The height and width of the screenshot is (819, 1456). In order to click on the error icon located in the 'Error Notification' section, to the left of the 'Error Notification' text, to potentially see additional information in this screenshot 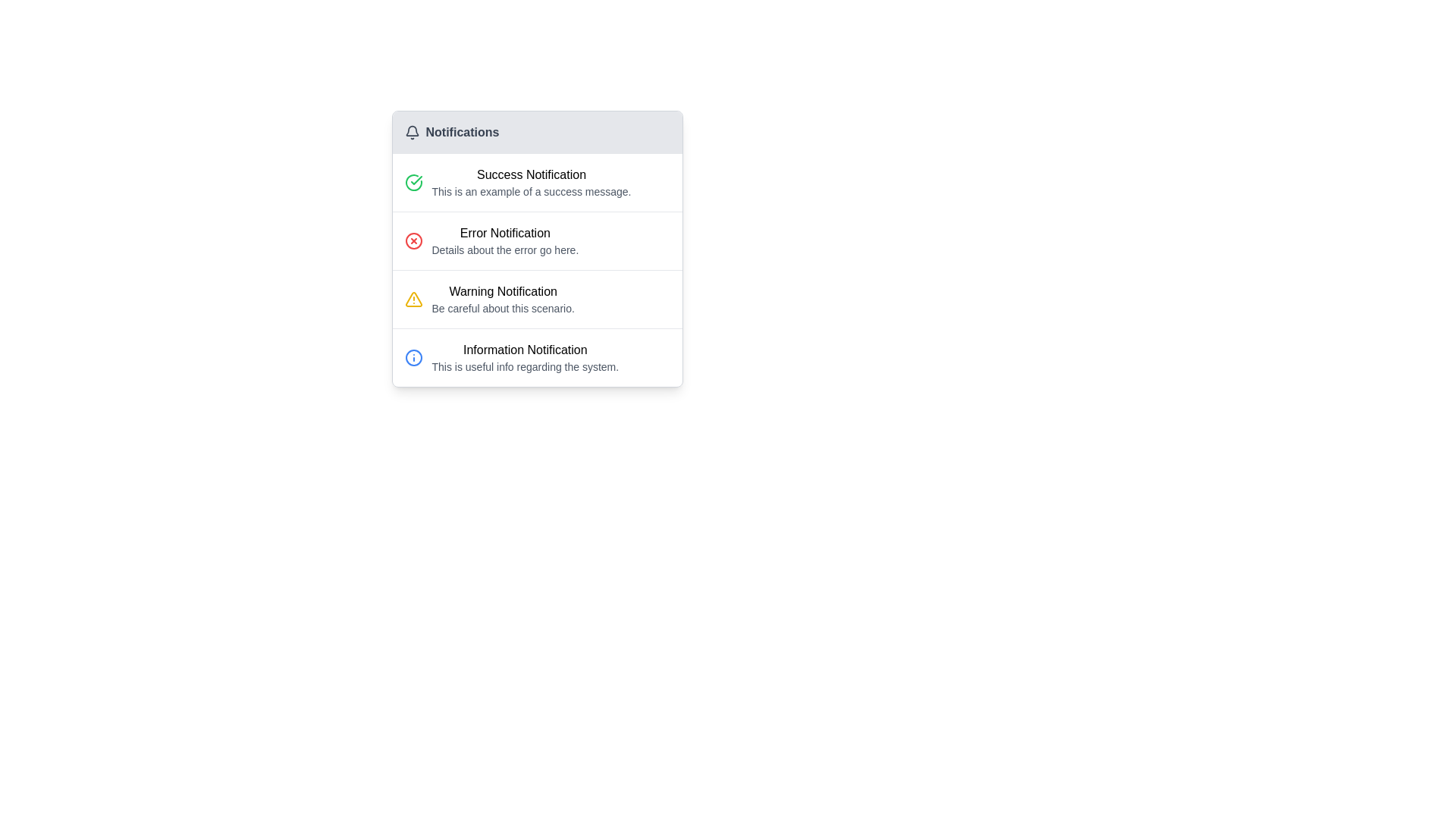, I will do `click(413, 240)`.